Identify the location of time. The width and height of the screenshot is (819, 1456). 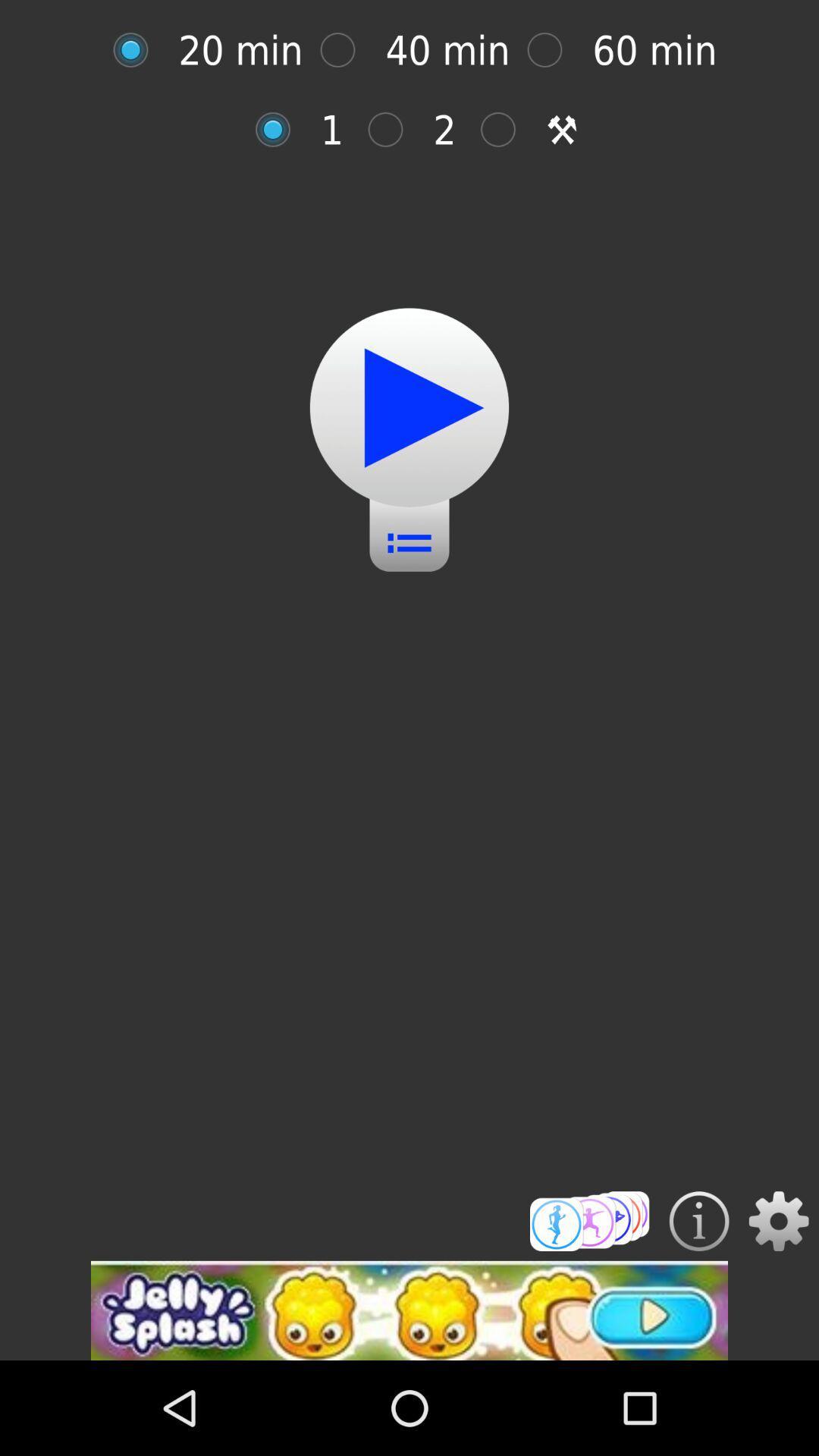
(588, 1221).